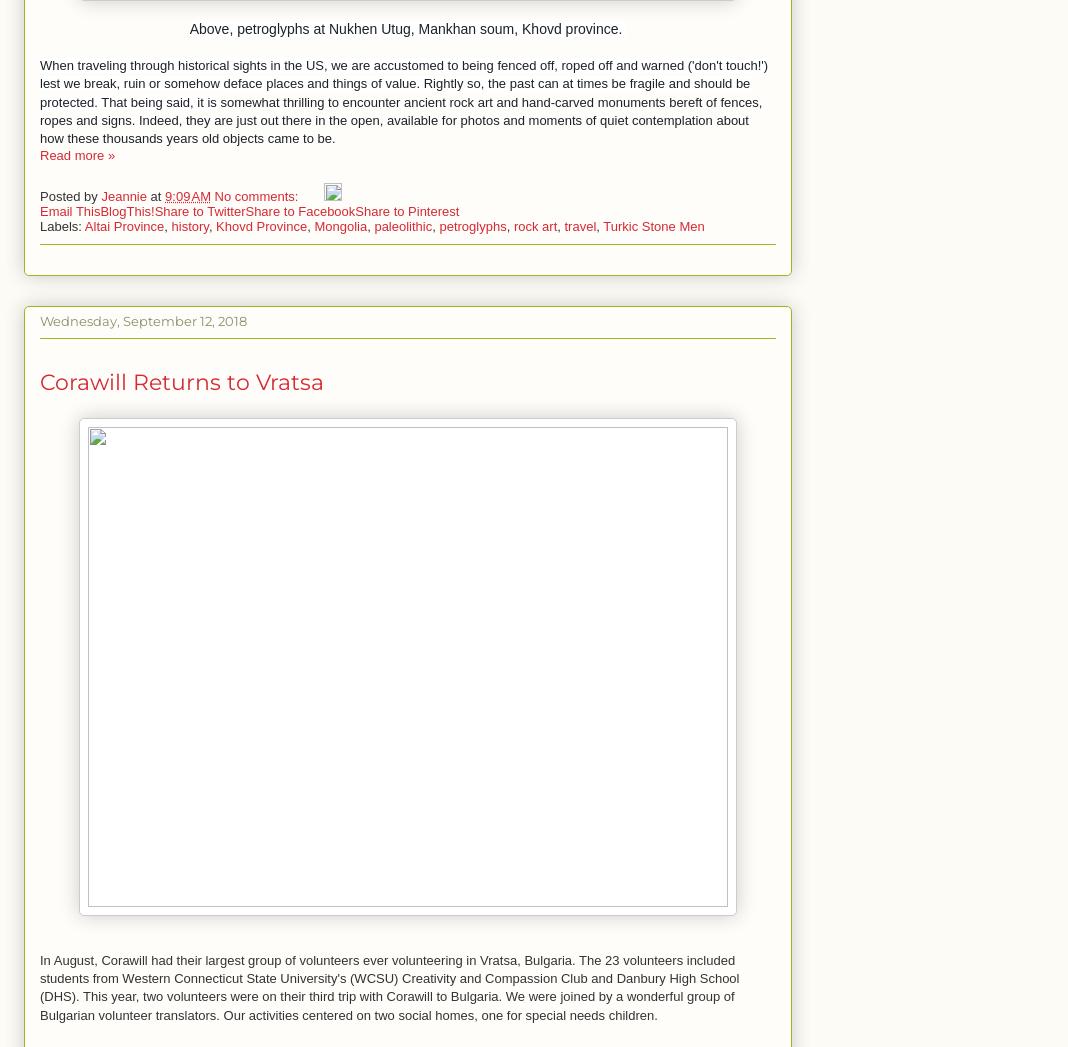 The image size is (1068, 1047). What do you see at coordinates (61, 224) in the screenshot?
I see `'Labels:'` at bounding box center [61, 224].